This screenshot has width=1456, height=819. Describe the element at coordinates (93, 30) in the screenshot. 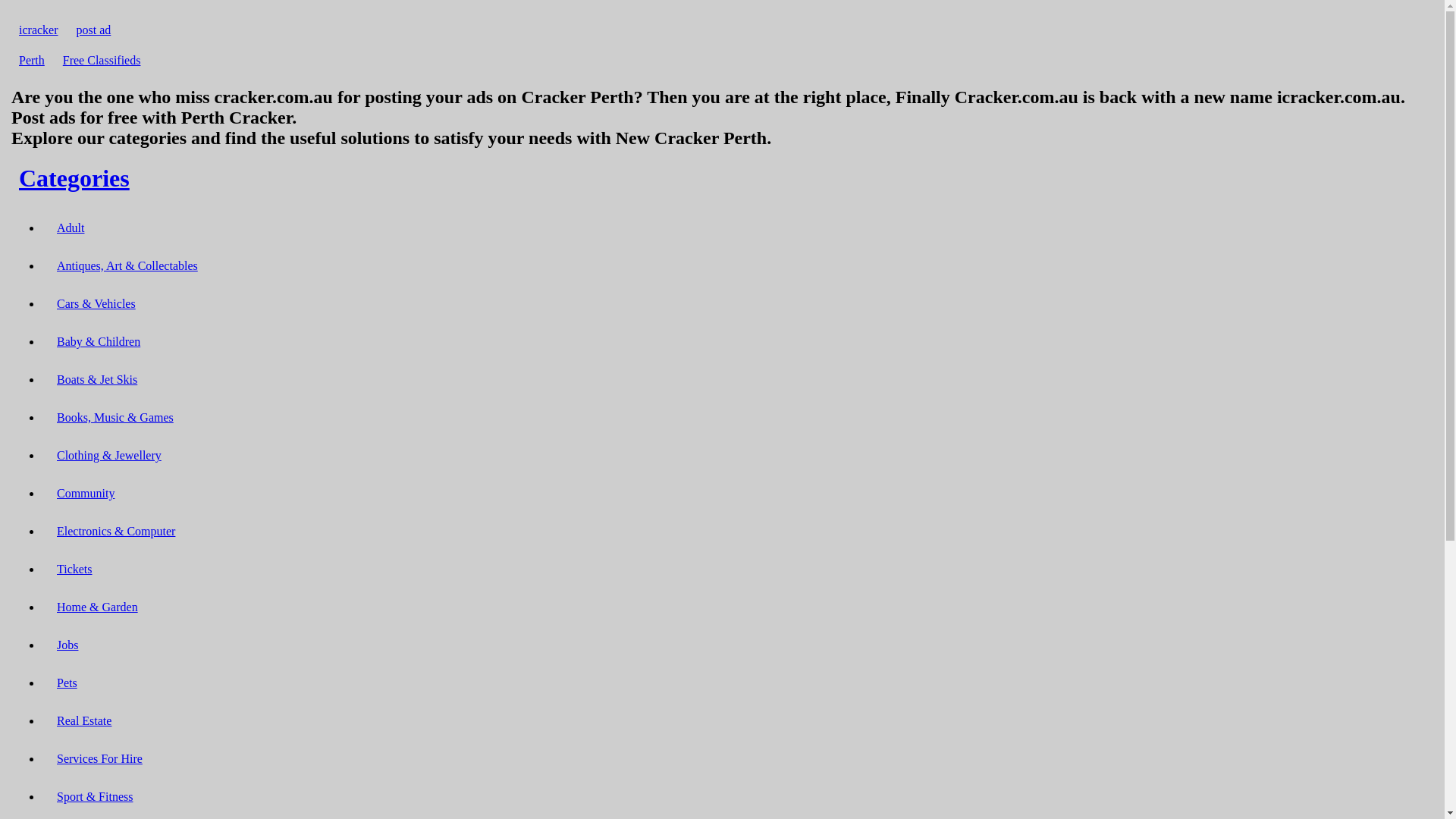

I see `'post ad'` at that location.